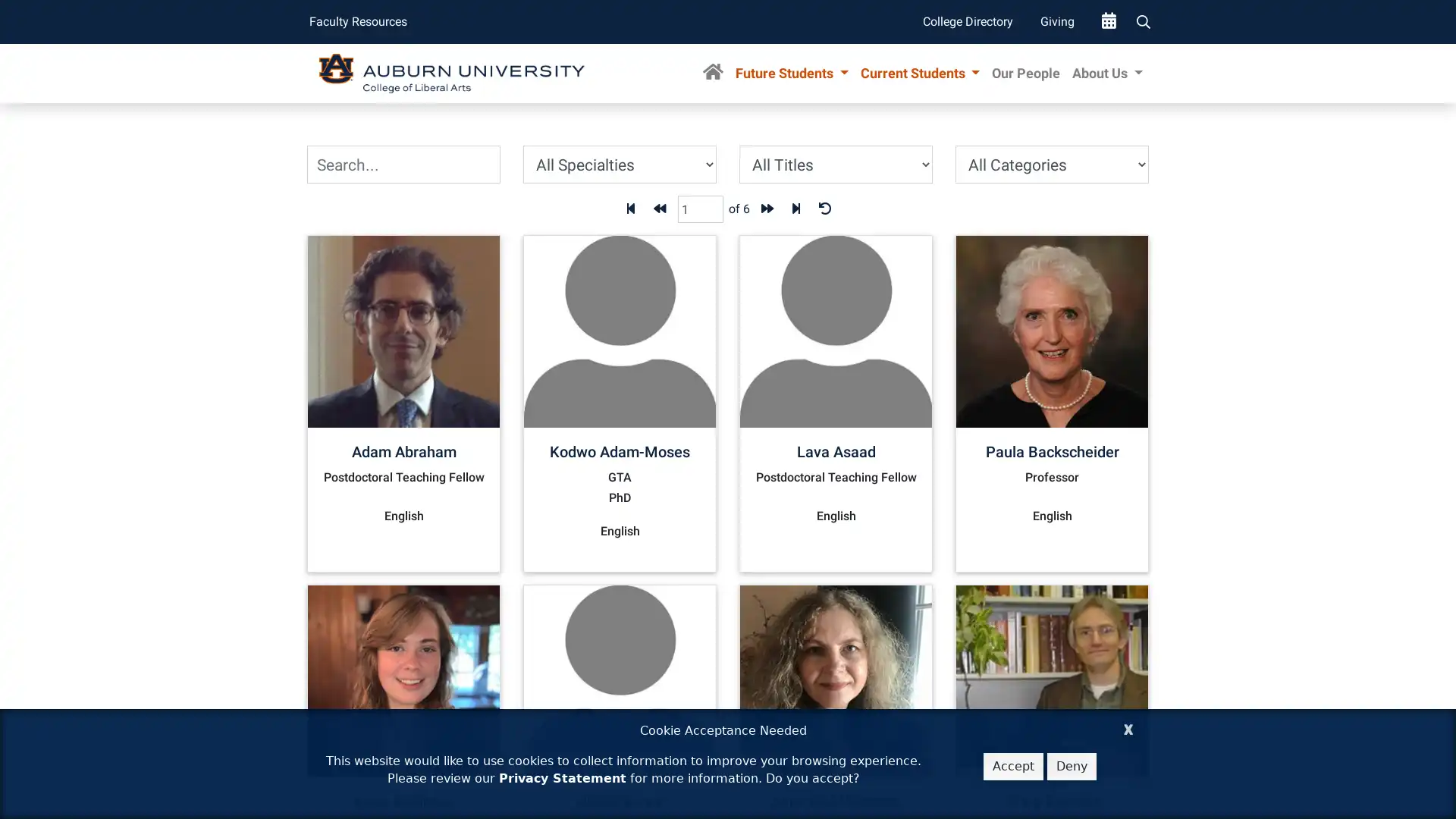 Image resolution: width=1456 pixels, height=819 pixels. What do you see at coordinates (1013, 766) in the screenshot?
I see `Accept` at bounding box center [1013, 766].